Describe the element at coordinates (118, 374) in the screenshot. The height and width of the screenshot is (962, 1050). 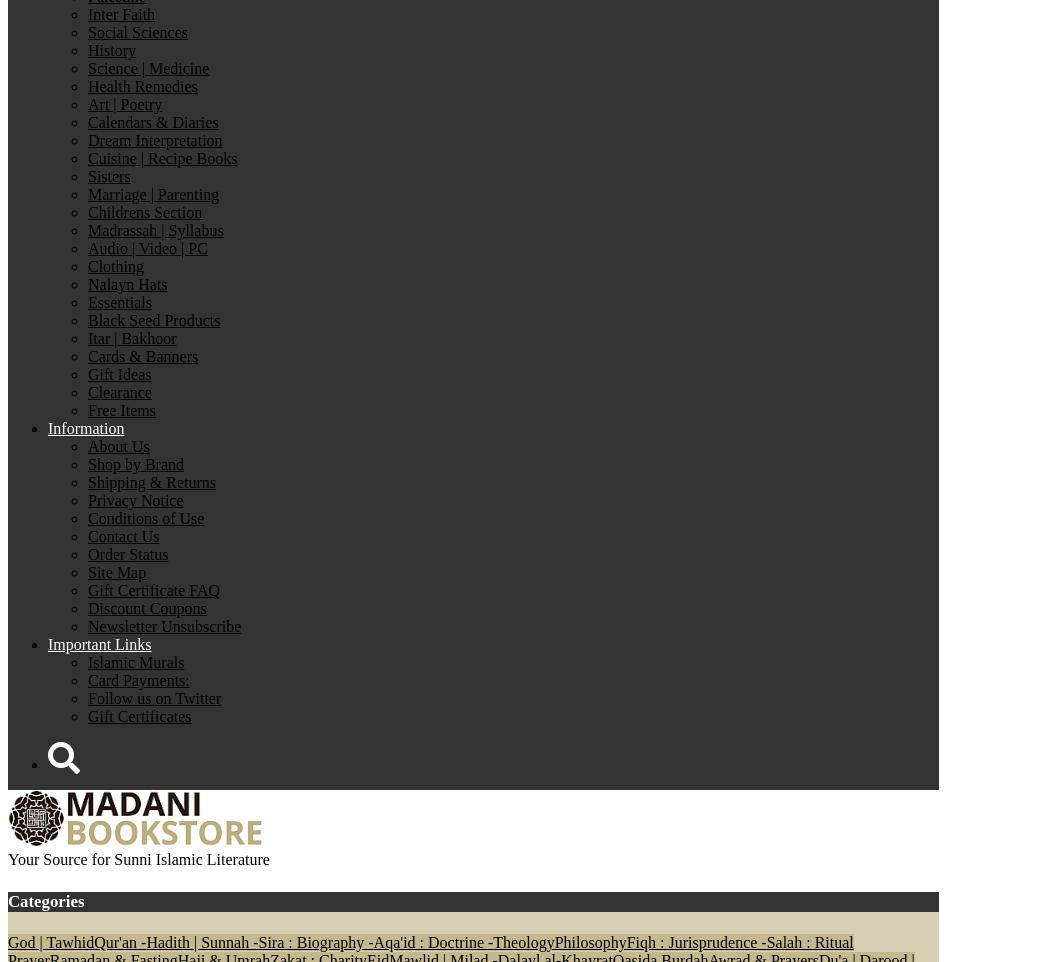
I see `'Gift Ideas'` at that location.